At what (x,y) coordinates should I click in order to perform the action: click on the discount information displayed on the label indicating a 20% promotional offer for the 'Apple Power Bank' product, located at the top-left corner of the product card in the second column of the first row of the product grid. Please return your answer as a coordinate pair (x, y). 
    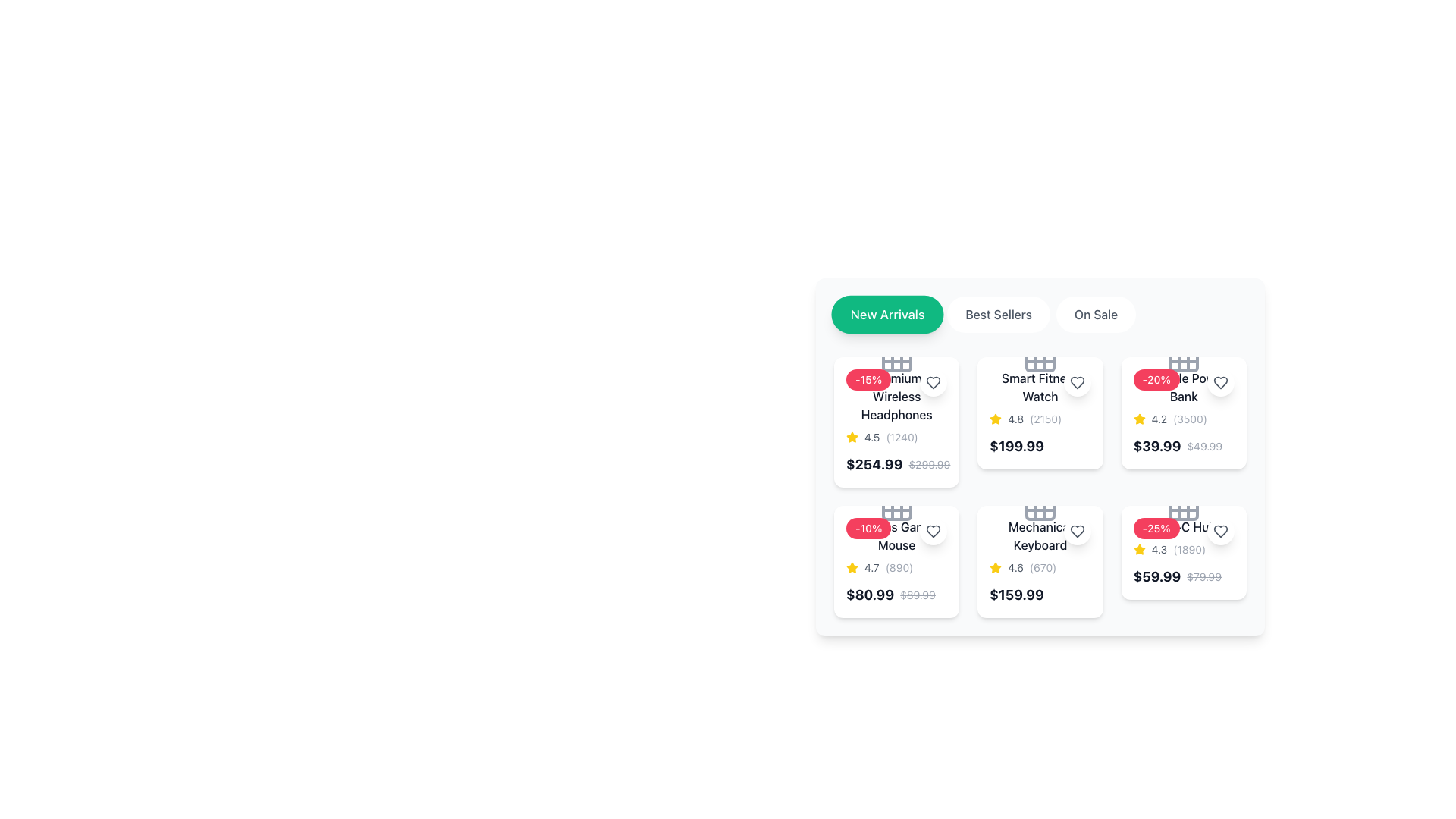
    Looking at the image, I should click on (1156, 379).